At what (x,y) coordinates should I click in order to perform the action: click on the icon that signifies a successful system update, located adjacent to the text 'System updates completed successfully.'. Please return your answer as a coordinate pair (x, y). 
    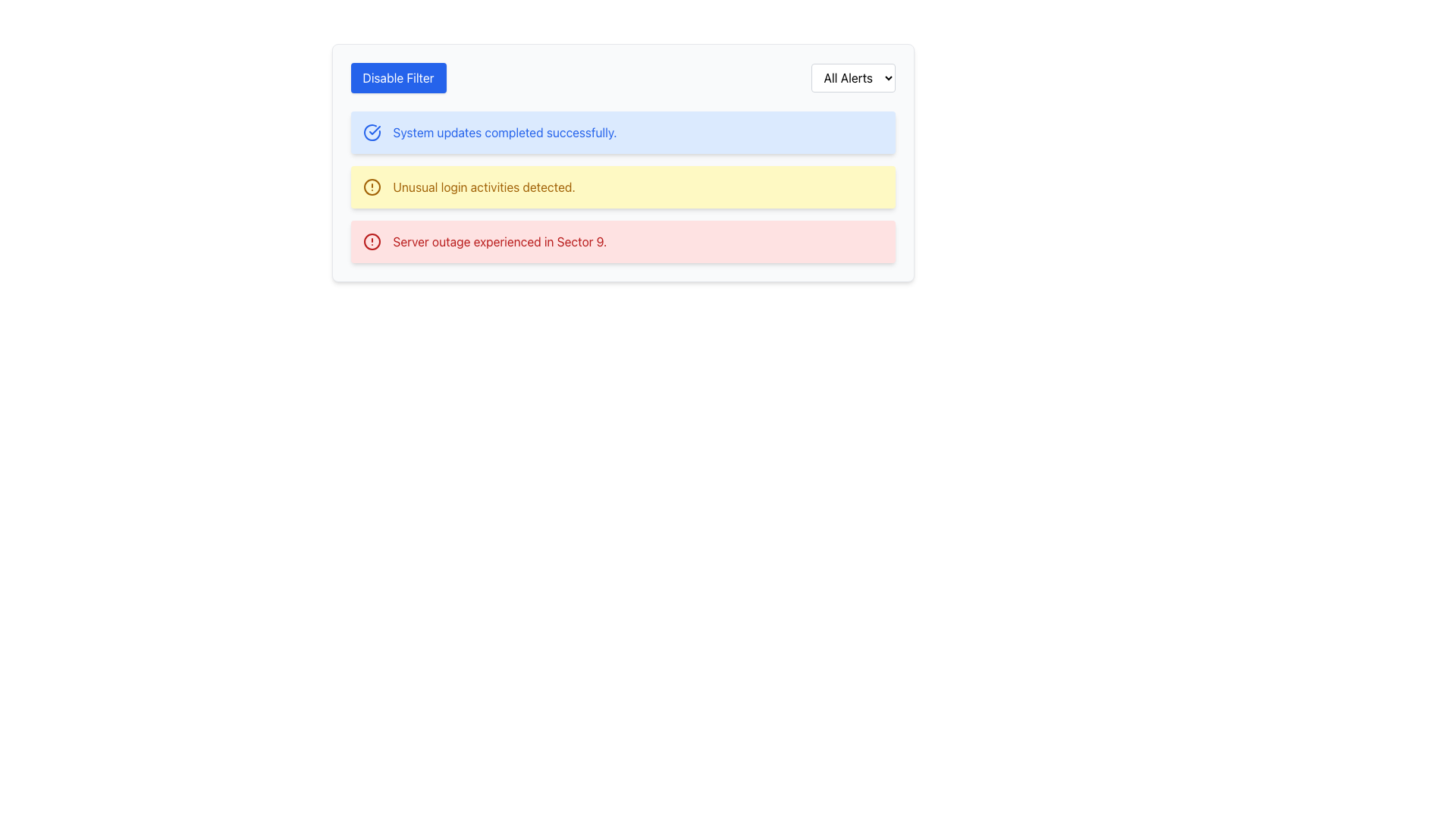
    Looking at the image, I should click on (375, 130).